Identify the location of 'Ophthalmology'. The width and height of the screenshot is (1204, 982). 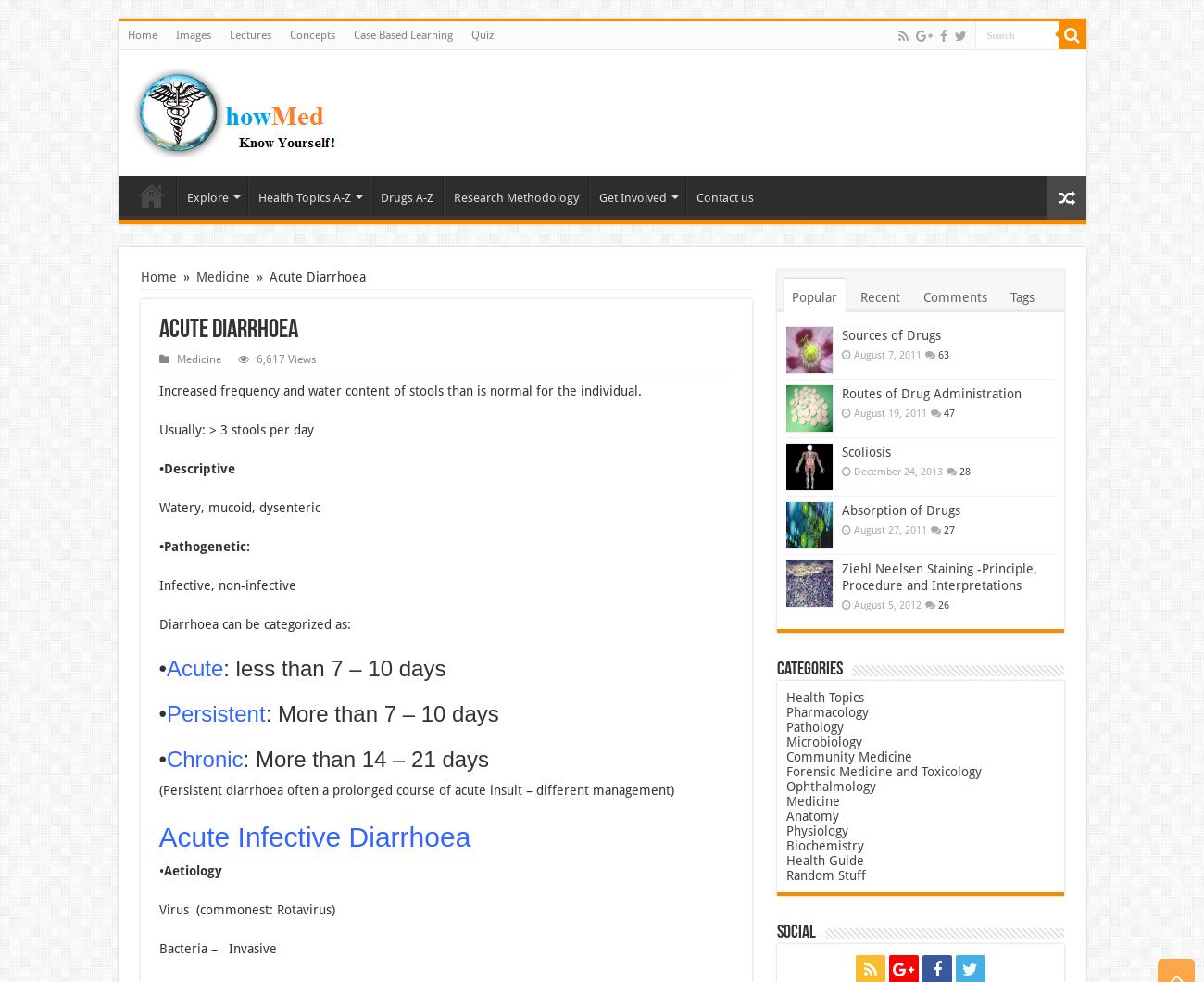
(829, 786).